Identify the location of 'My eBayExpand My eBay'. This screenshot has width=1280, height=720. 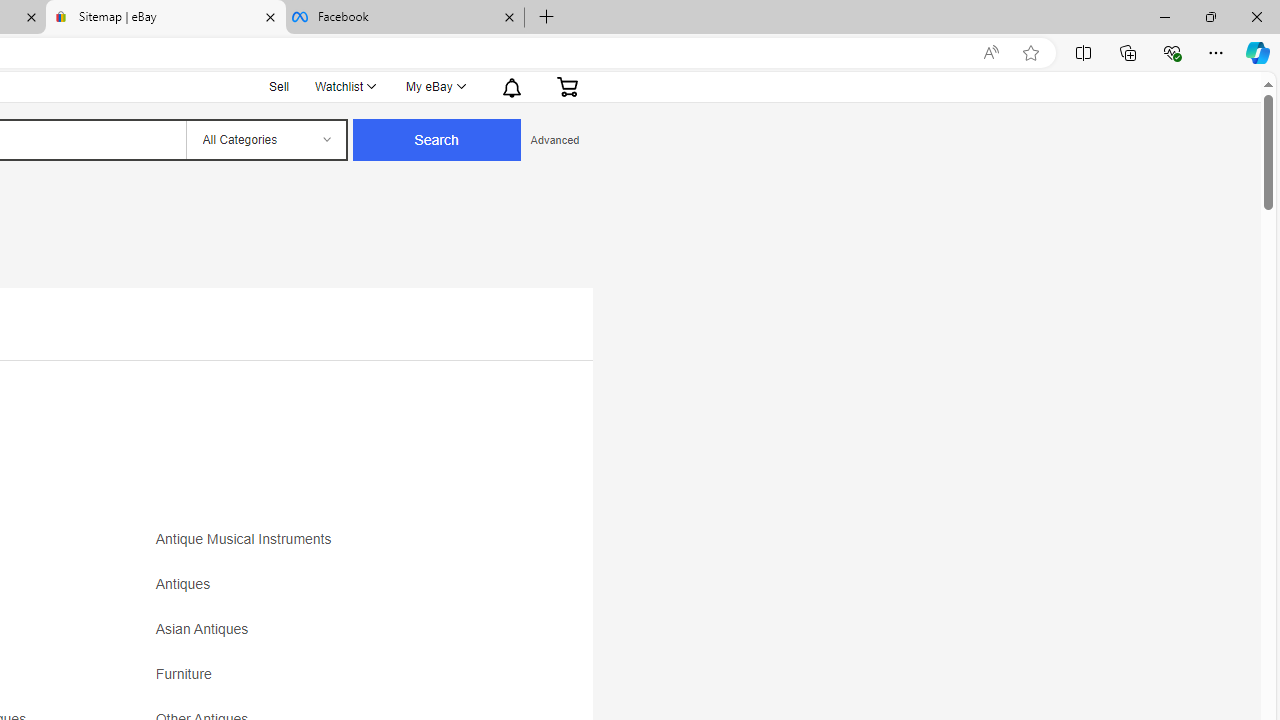
(434, 86).